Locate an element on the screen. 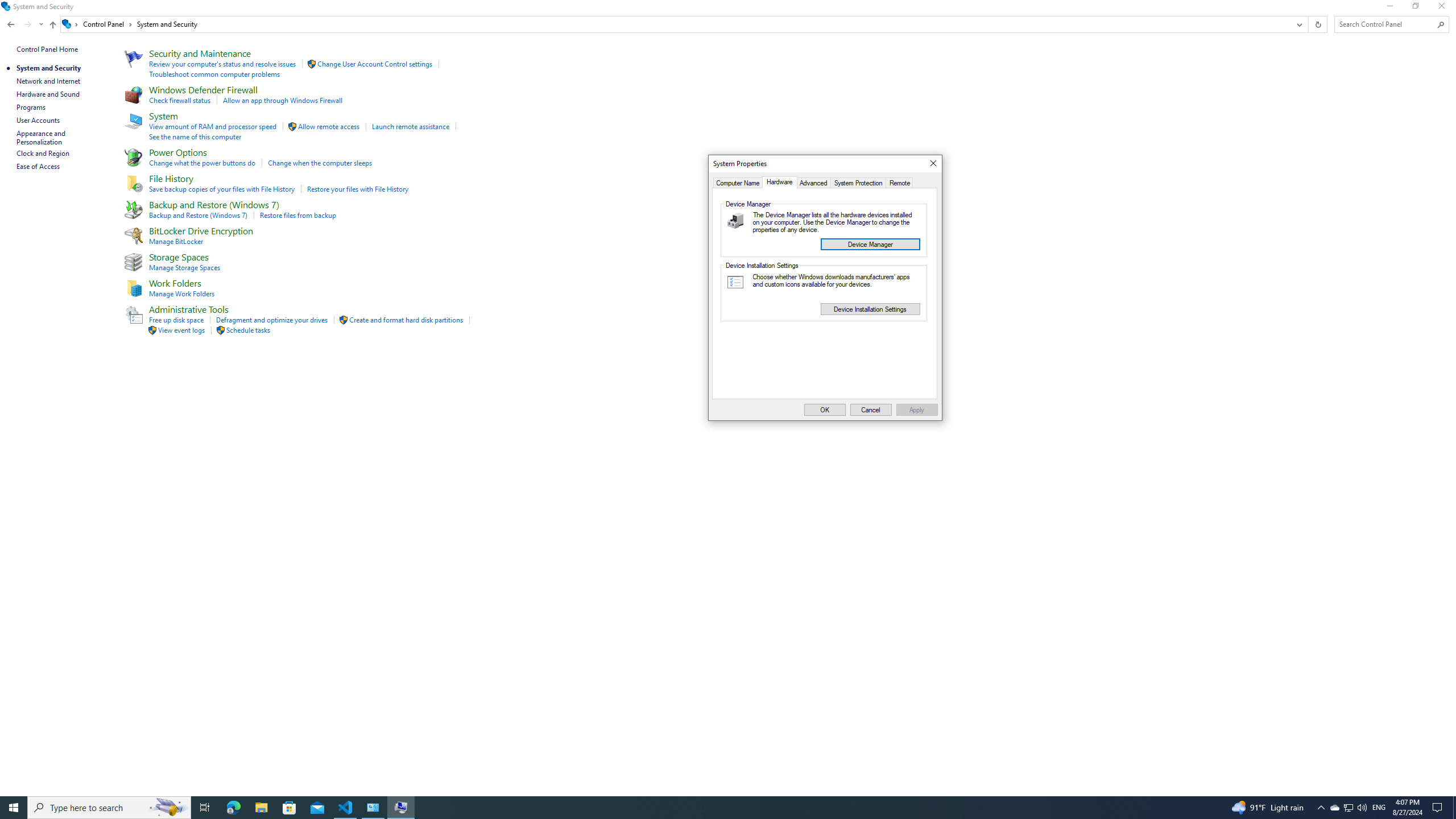 This screenshot has width=1456, height=819. 'System Remote Settings - 1 running window' is located at coordinates (401, 806).